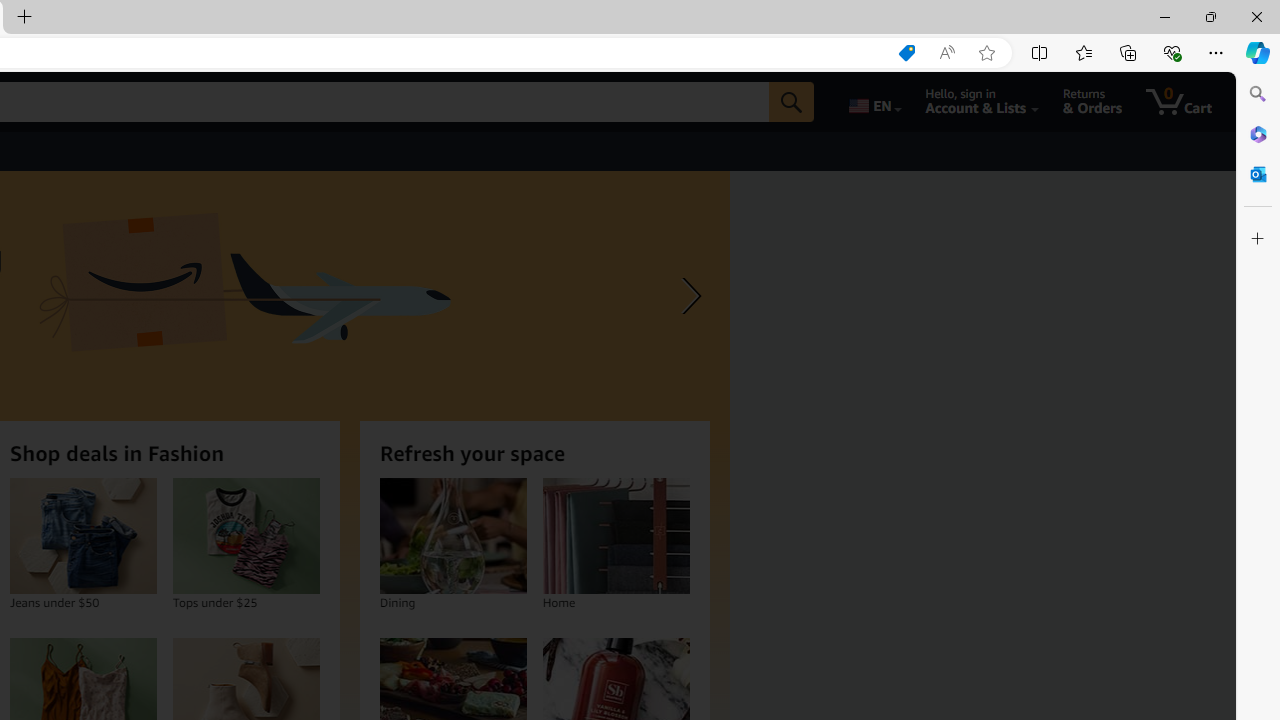 The height and width of the screenshot is (720, 1280). I want to click on 'Customize', so click(1257, 238).